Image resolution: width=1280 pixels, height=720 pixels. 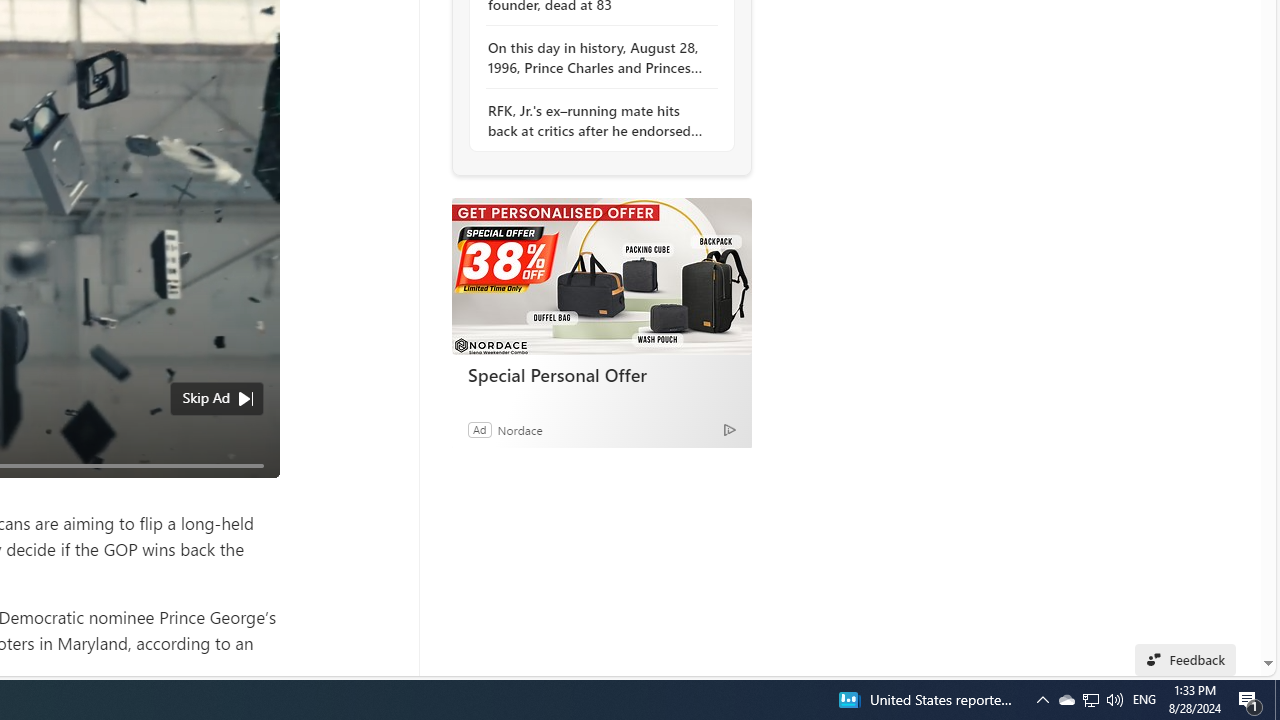 What do you see at coordinates (252, 489) in the screenshot?
I see `'Unmute'` at bounding box center [252, 489].